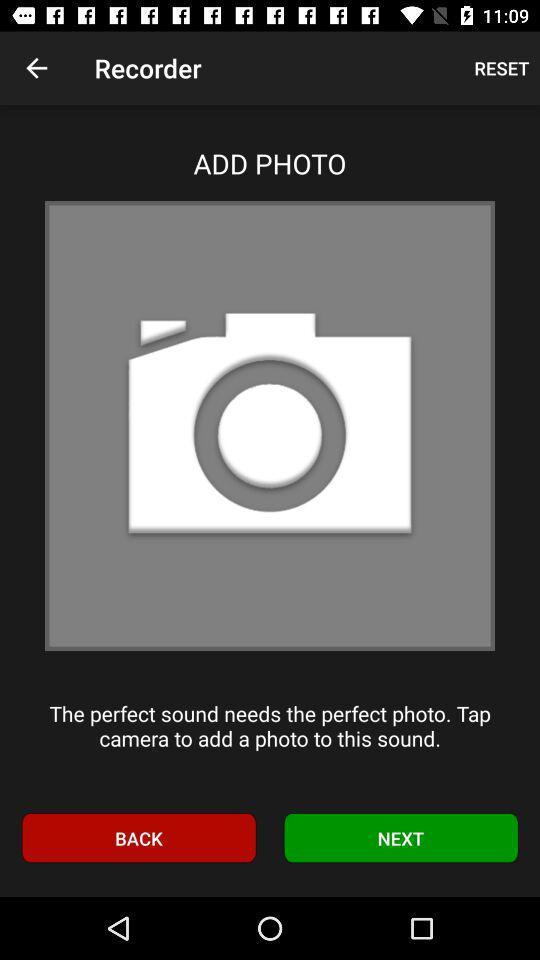 This screenshot has width=540, height=960. I want to click on next, so click(401, 838).